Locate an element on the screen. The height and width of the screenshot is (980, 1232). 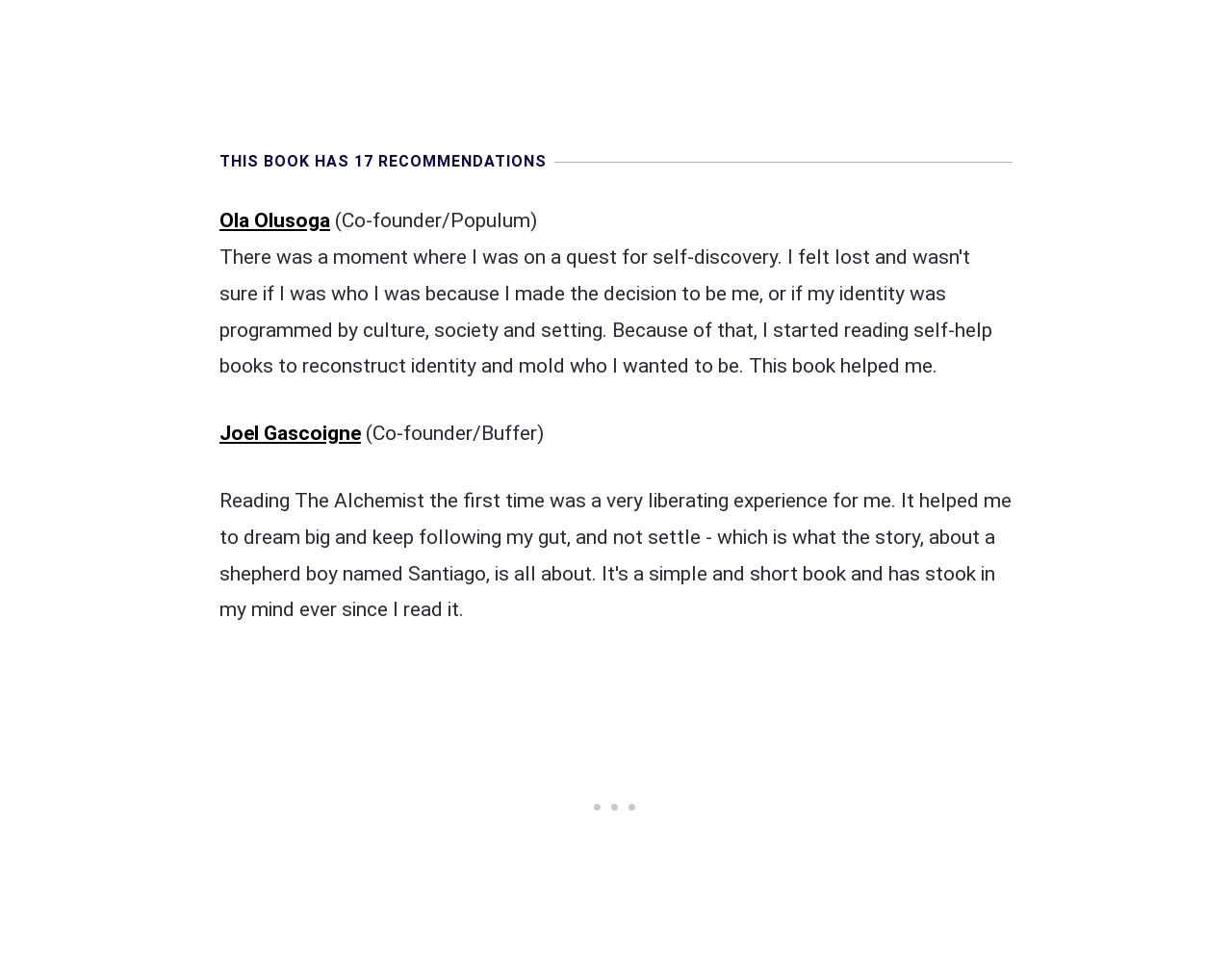
'(Founder/Anatomonics)' is located at coordinates (473, 830).